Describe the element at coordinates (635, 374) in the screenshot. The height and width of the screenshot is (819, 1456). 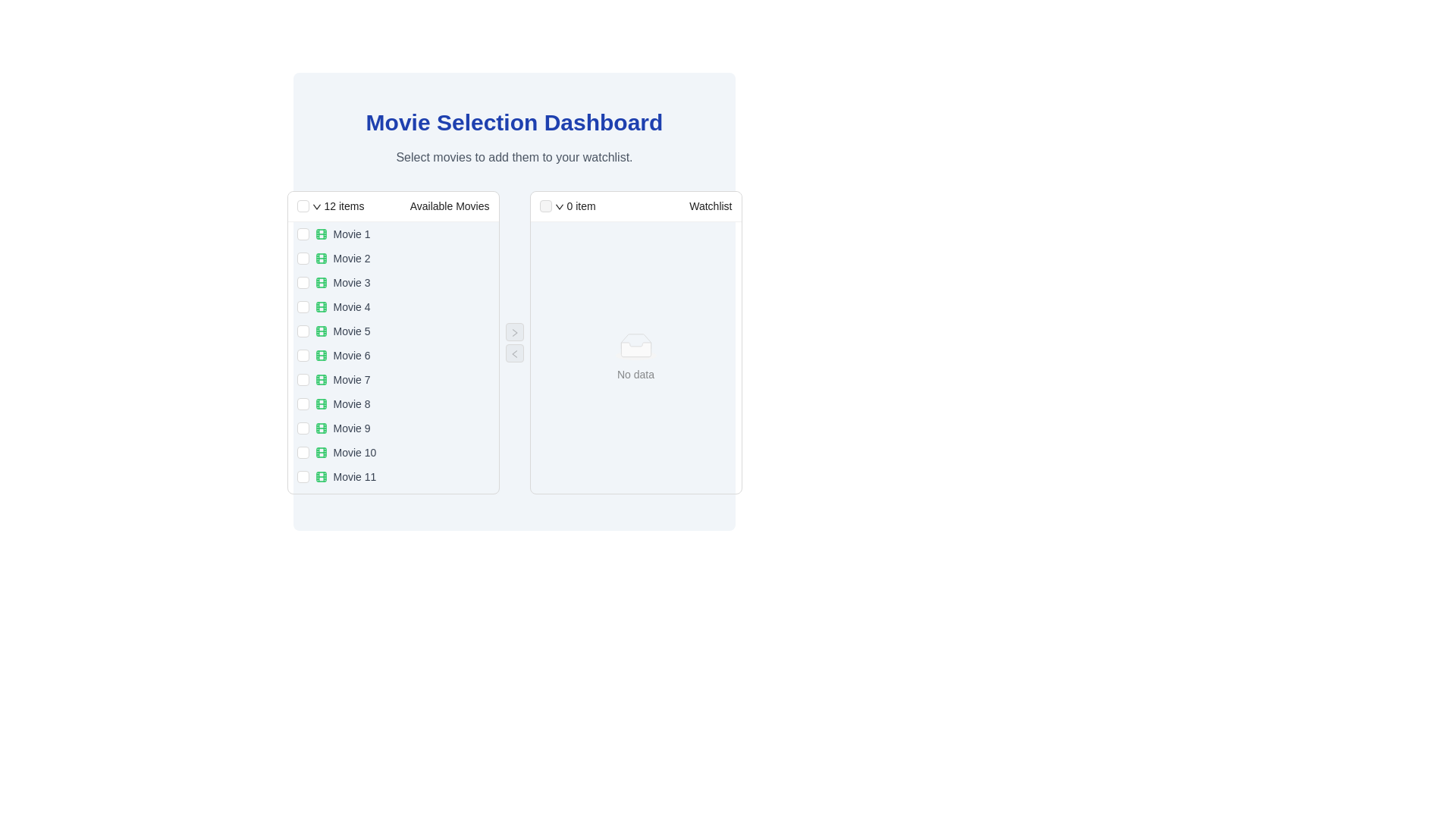
I see `the status message text label indicating no data available in the 'Watchlist' panel, located below the empty folder icon` at that location.